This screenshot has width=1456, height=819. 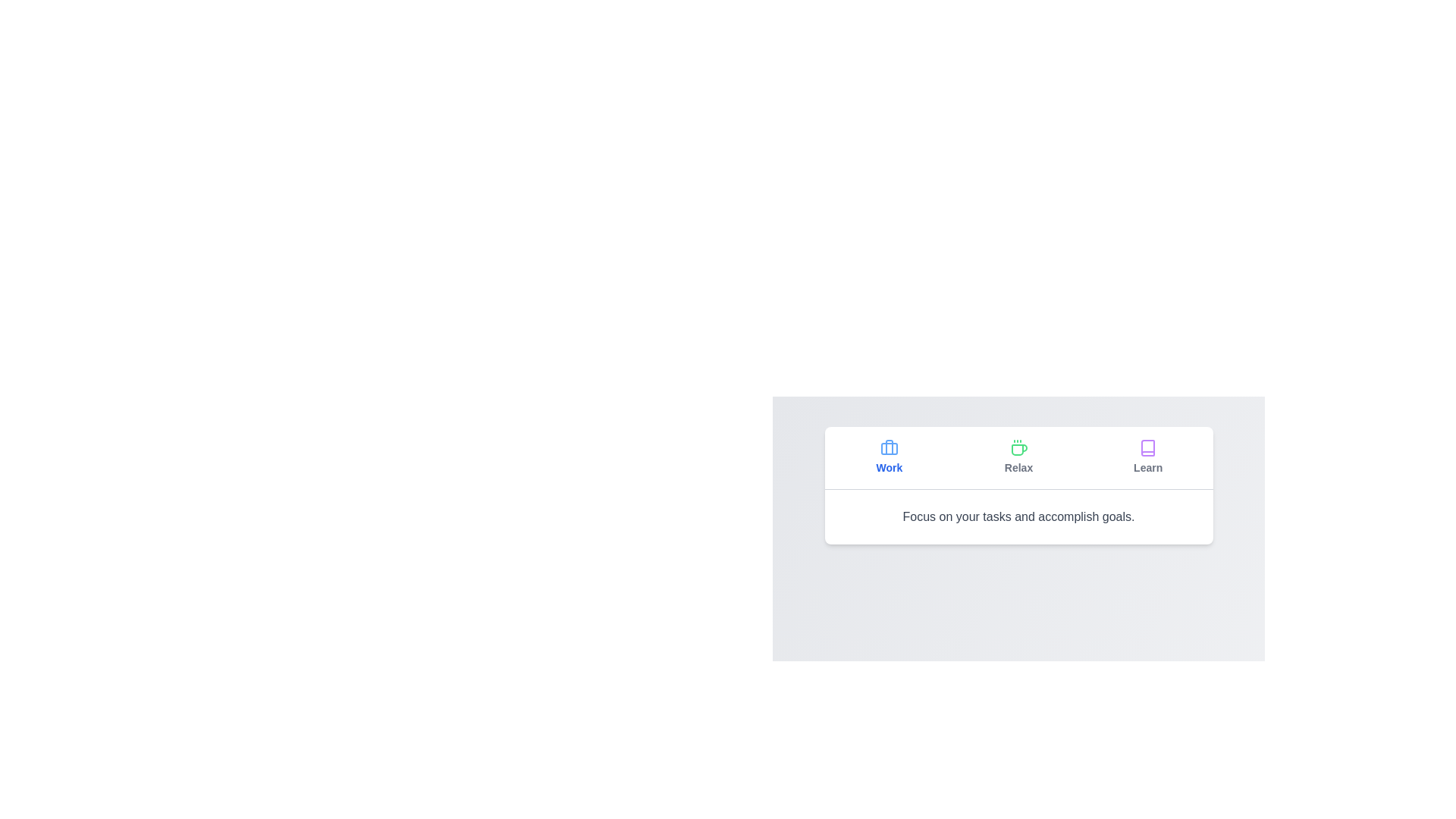 What do you see at coordinates (1018, 457) in the screenshot?
I see `the Relax tab to switch to it` at bounding box center [1018, 457].